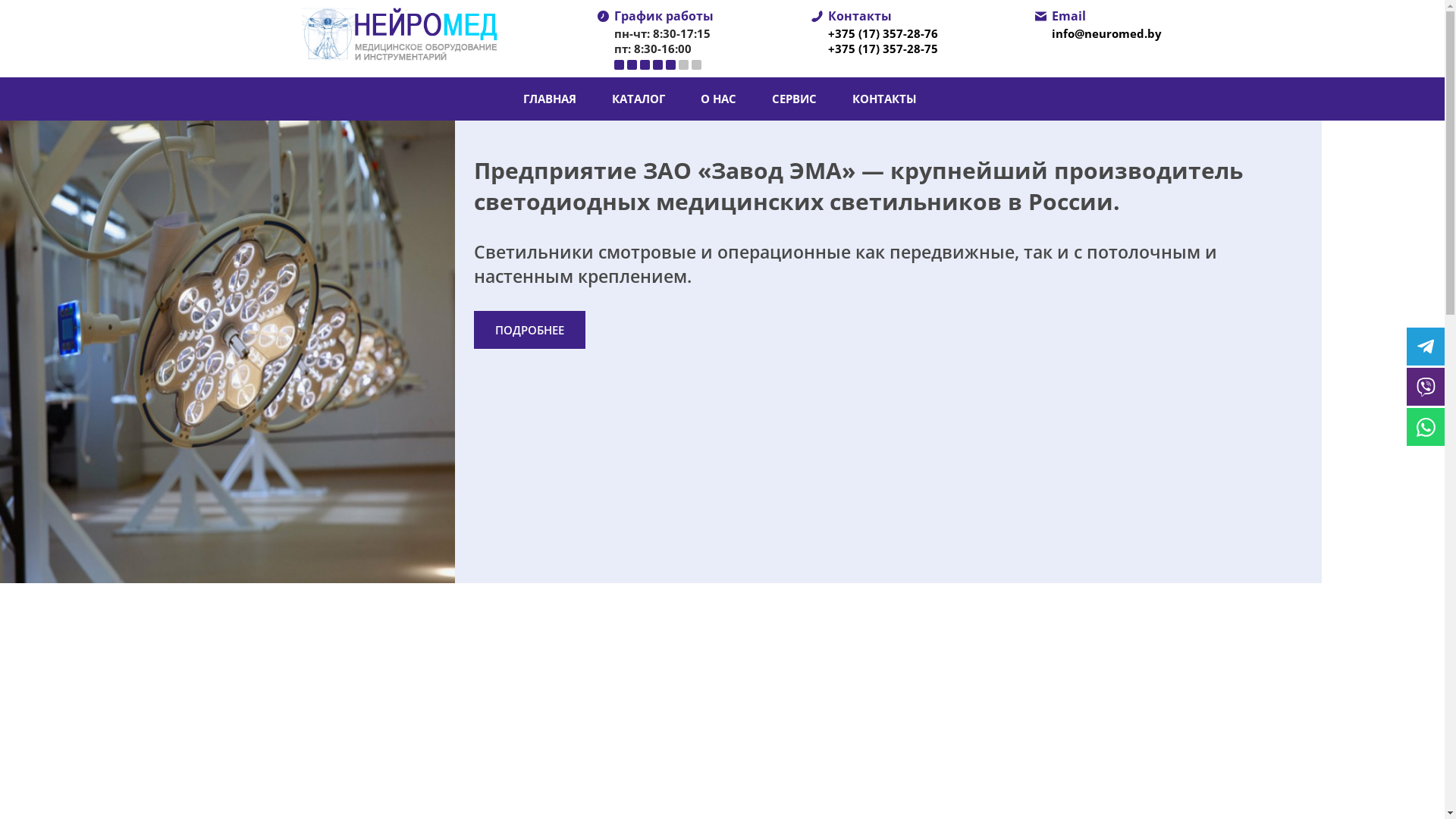 This screenshot has height=819, width=1456. What do you see at coordinates (1051, 33) in the screenshot?
I see `'info@neuromed.by'` at bounding box center [1051, 33].